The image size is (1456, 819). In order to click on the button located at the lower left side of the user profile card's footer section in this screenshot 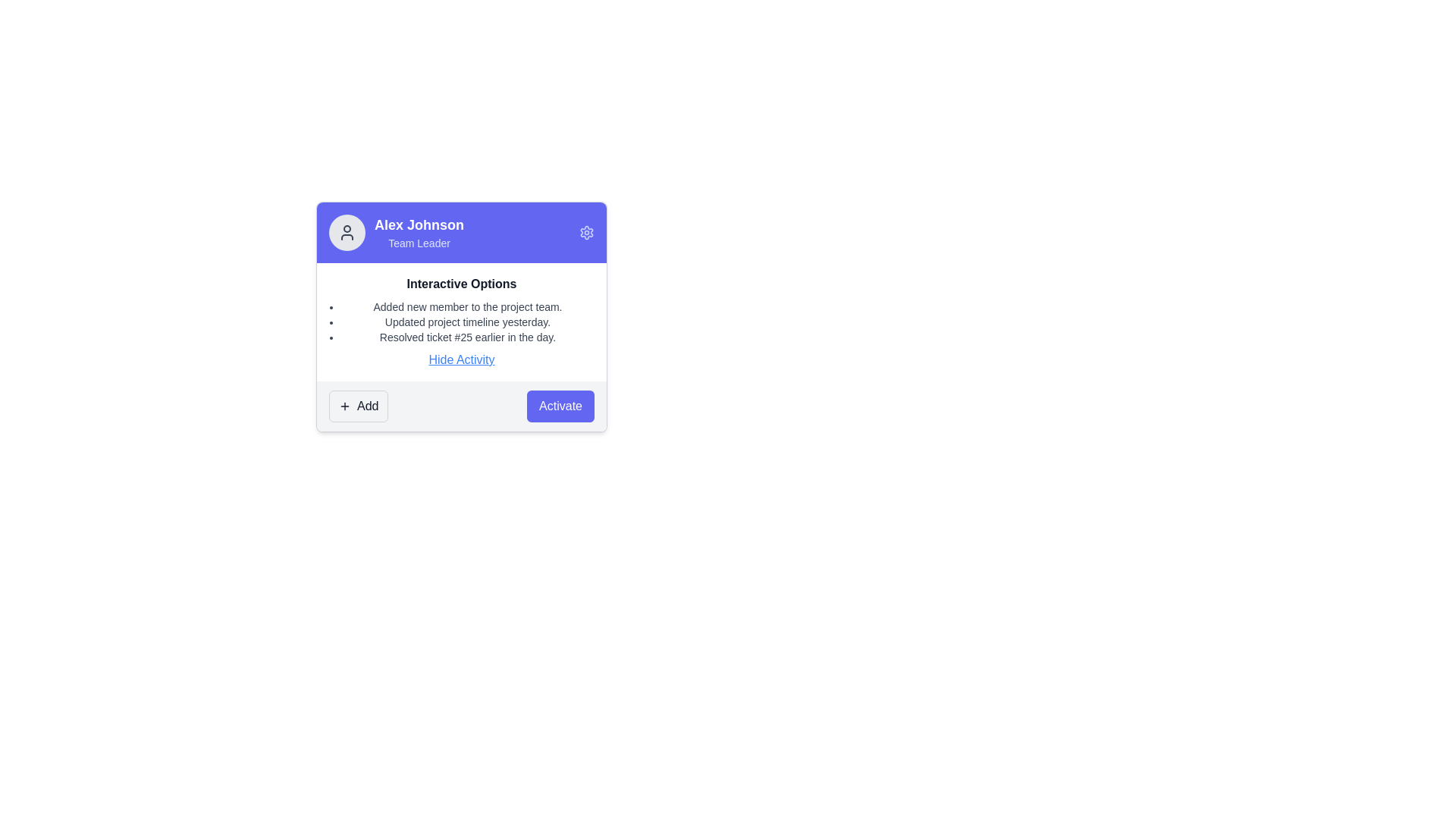, I will do `click(358, 406)`.